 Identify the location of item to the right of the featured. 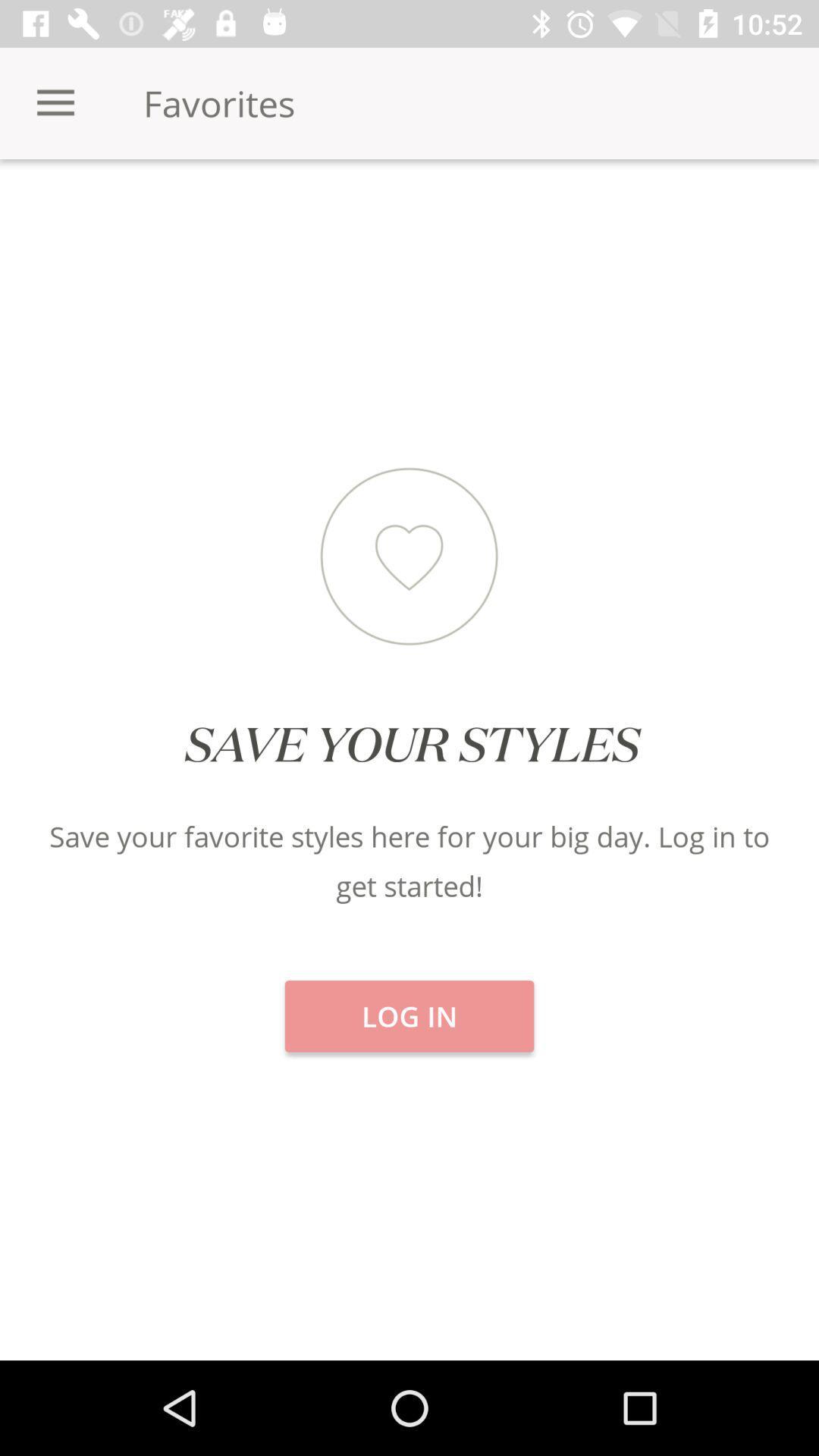
(681, 212).